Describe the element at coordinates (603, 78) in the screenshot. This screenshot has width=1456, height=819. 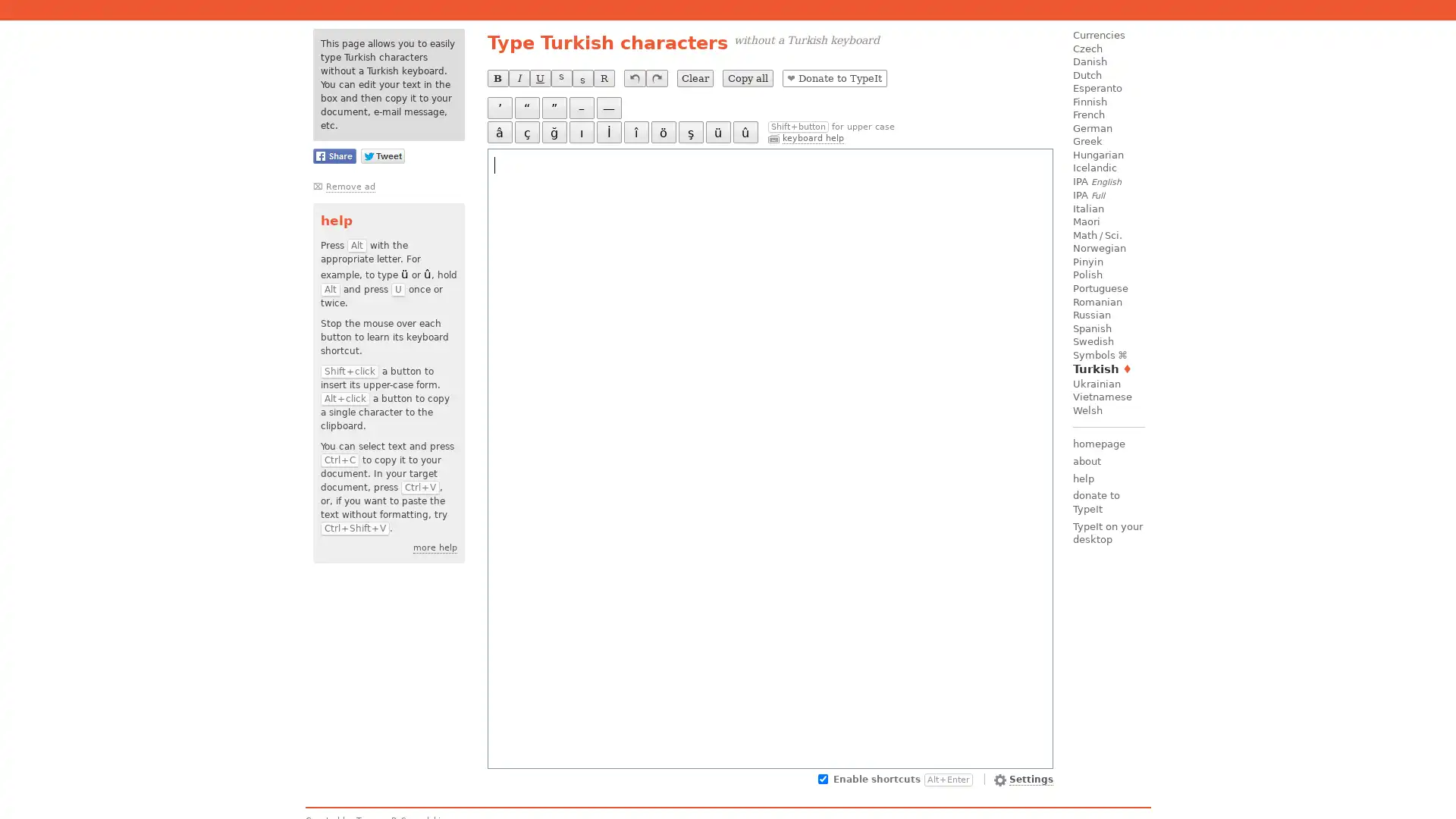
I see `R` at that location.